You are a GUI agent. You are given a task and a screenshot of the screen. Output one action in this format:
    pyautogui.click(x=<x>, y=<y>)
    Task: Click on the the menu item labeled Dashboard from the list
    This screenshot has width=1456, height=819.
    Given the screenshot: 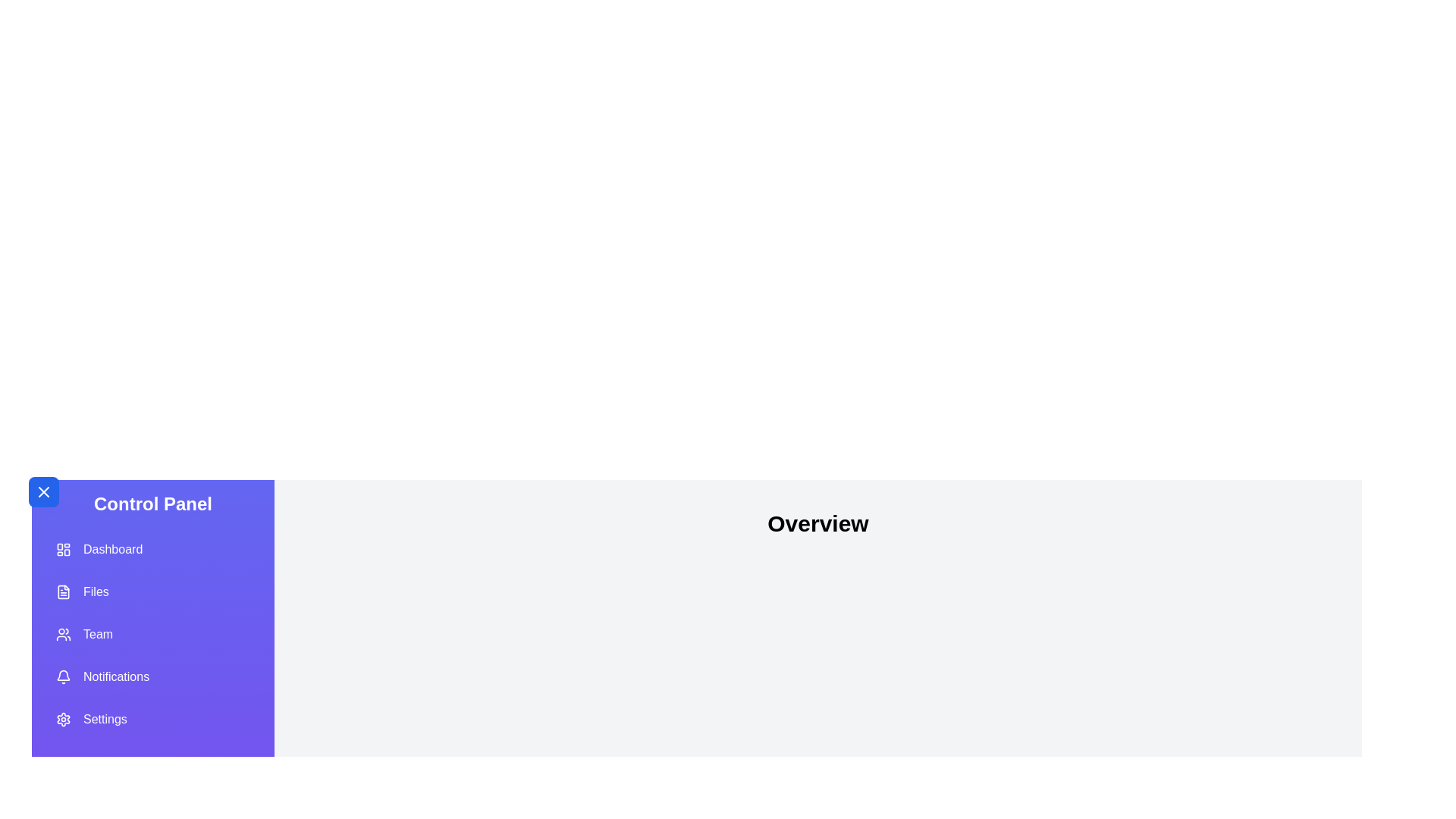 What is the action you would take?
    pyautogui.click(x=152, y=550)
    